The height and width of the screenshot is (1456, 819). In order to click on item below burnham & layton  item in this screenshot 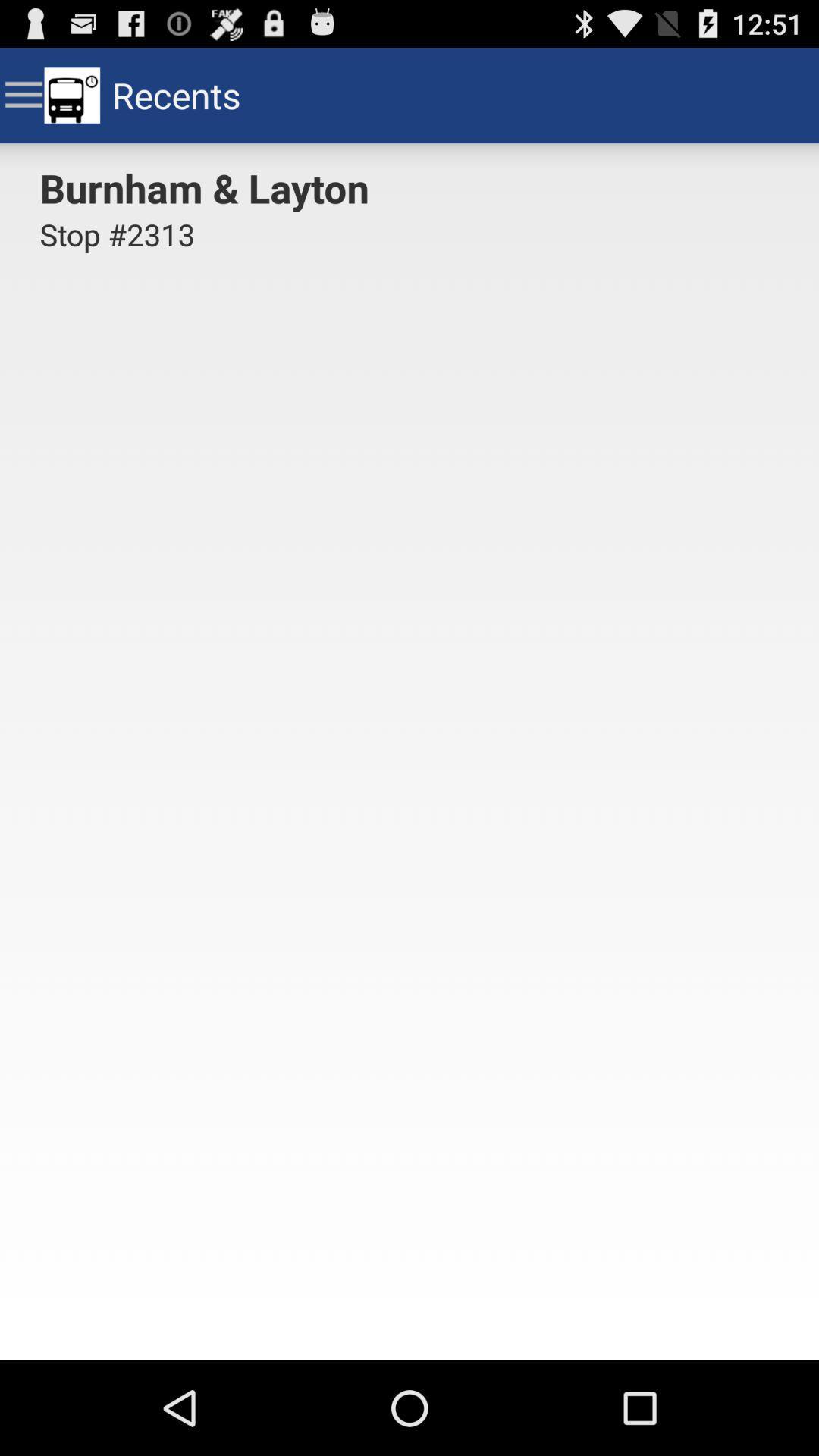, I will do `click(116, 243)`.